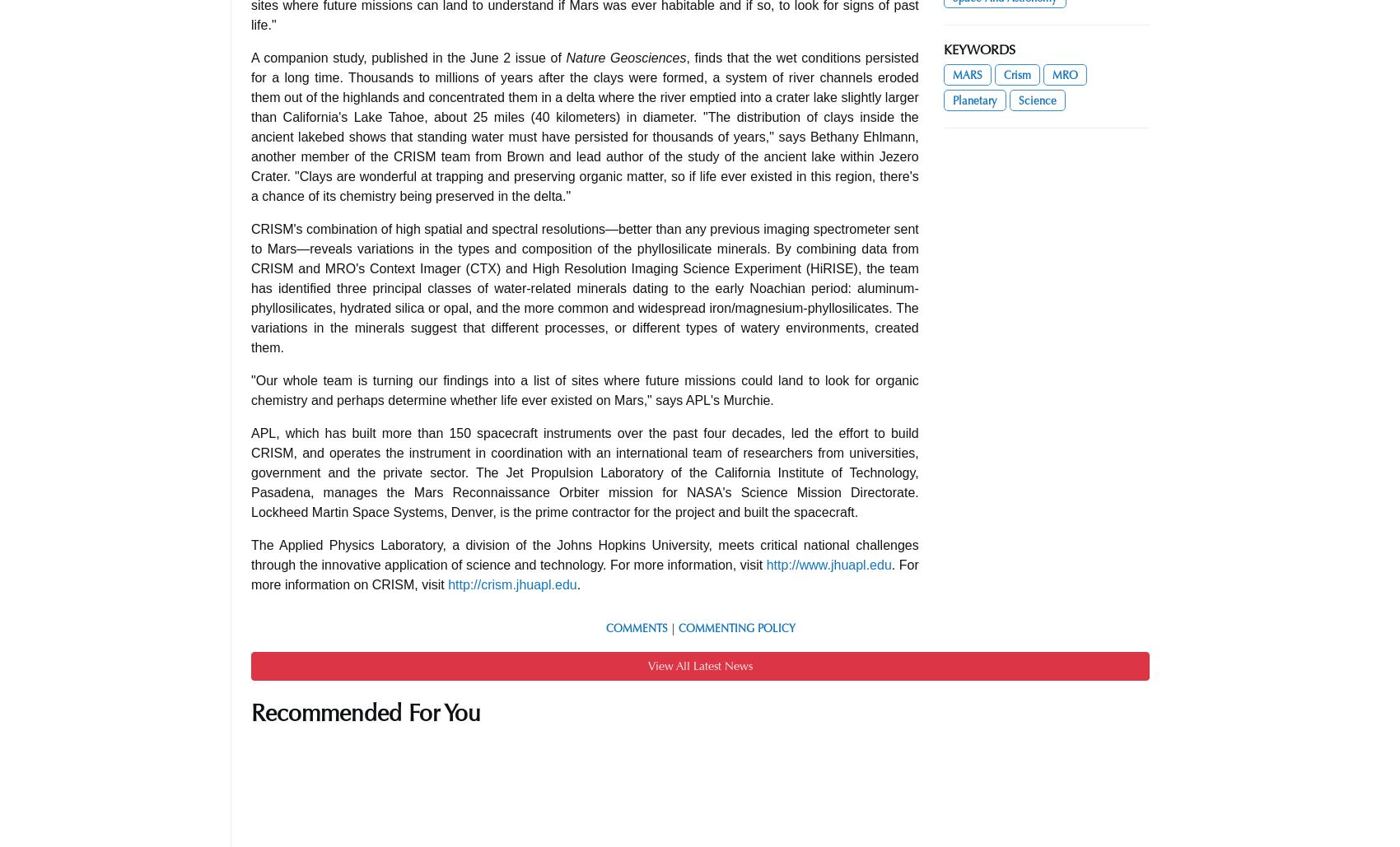 The width and height of the screenshot is (1400, 847). I want to click on 'APL, which has built more than 150 spacecraft instruments over the past four decades, led the effort to build CRISM, and operates the instrument in coordination with an international team of researchers from universities, government and the private sector. The Jet Propulsion Laboratory of the California Institute of Technology, Pasadena, manages the Mars Reconnaissance Orbiter mission for NASA's Science Mission Directorate. Lockheed Martin Space Systems, Denver, is the prime contractor for the project and built the spacecraft.', so click(250, 471).